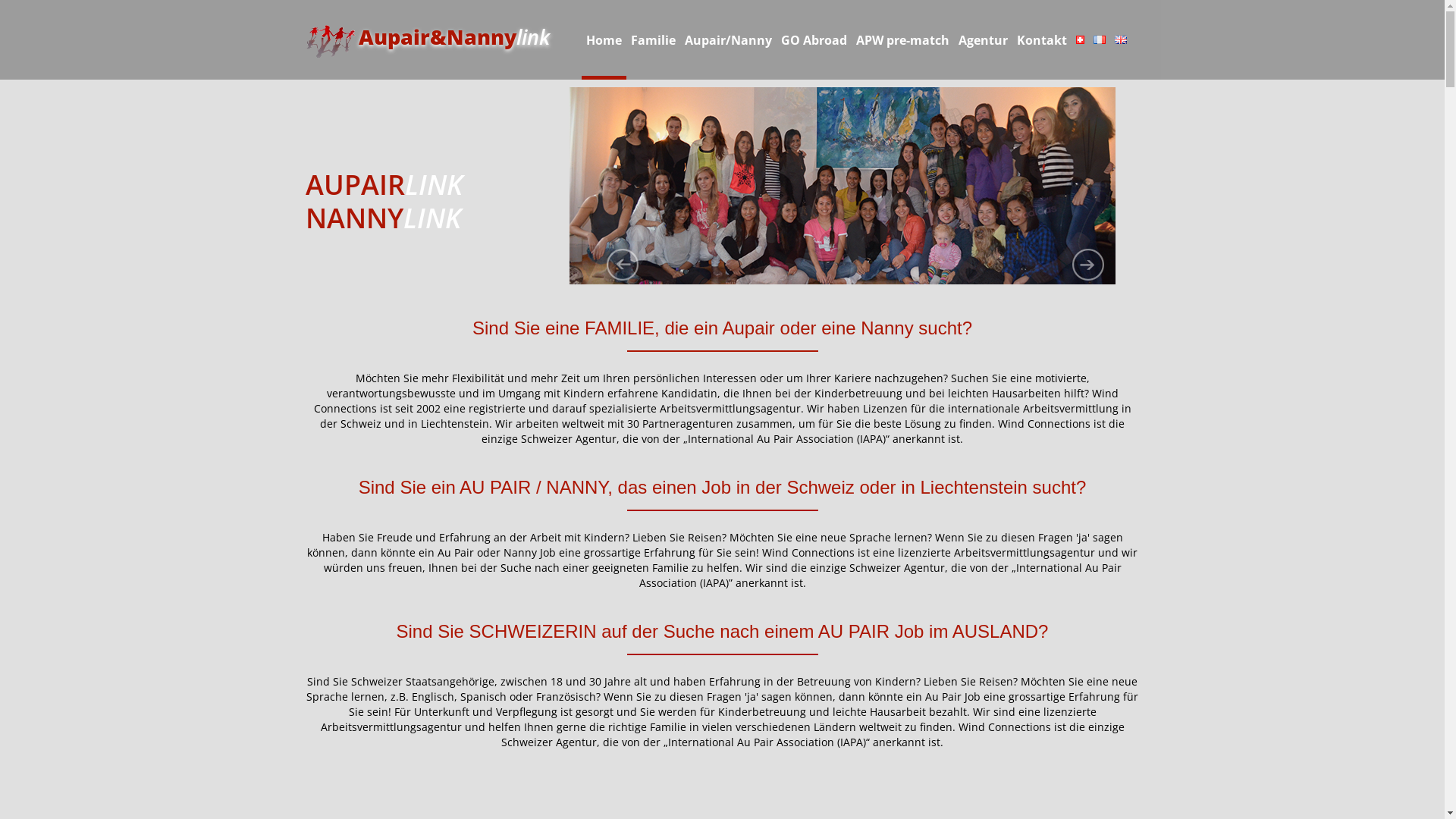  Describe the element at coordinates (983, 37) in the screenshot. I see `'Agentur'` at that location.